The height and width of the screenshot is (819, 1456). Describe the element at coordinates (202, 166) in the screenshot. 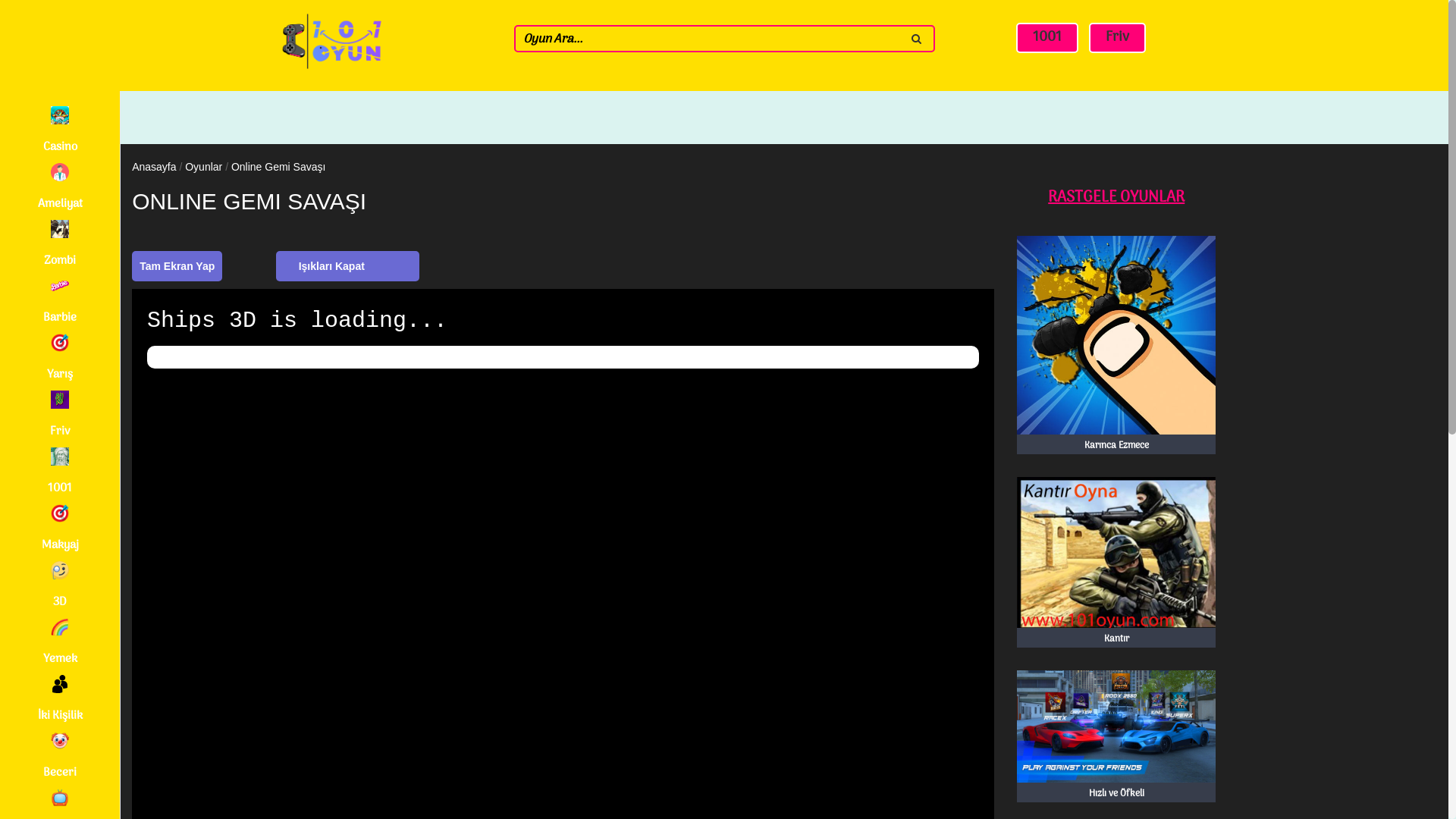

I see `'Oyunlar'` at that location.